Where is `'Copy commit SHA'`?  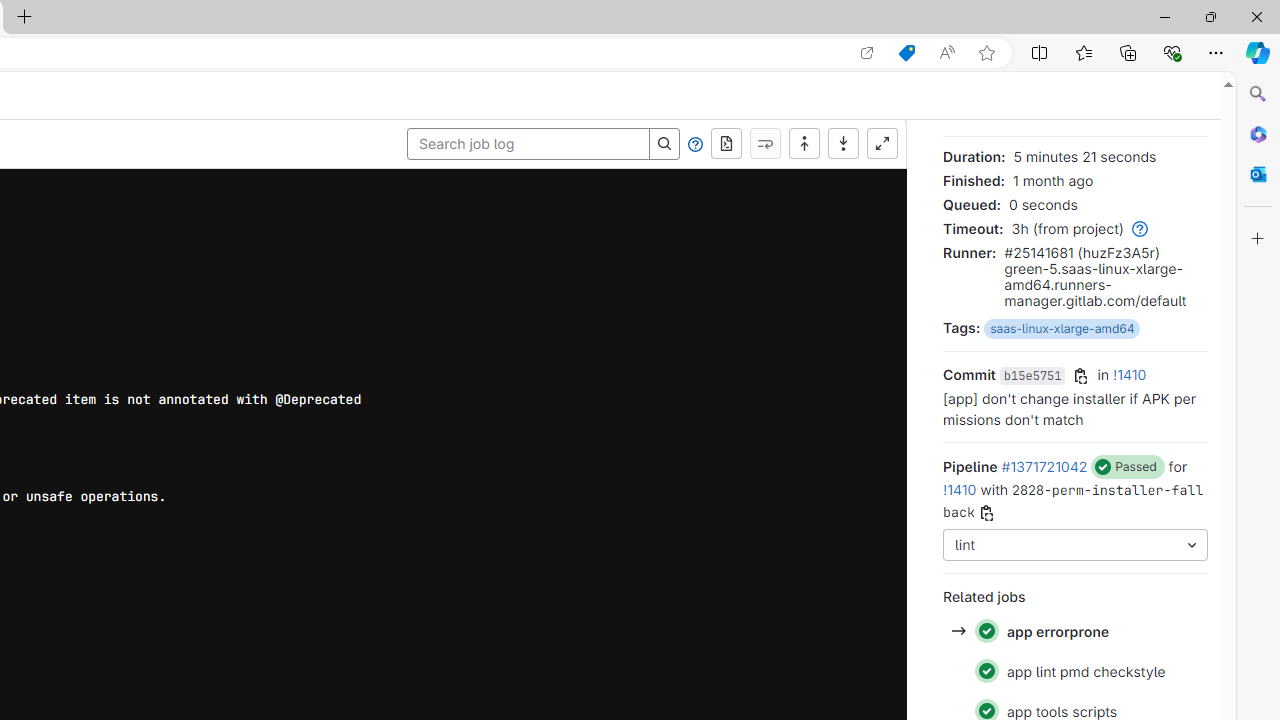
'Copy commit SHA' is located at coordinates (1080, 376).